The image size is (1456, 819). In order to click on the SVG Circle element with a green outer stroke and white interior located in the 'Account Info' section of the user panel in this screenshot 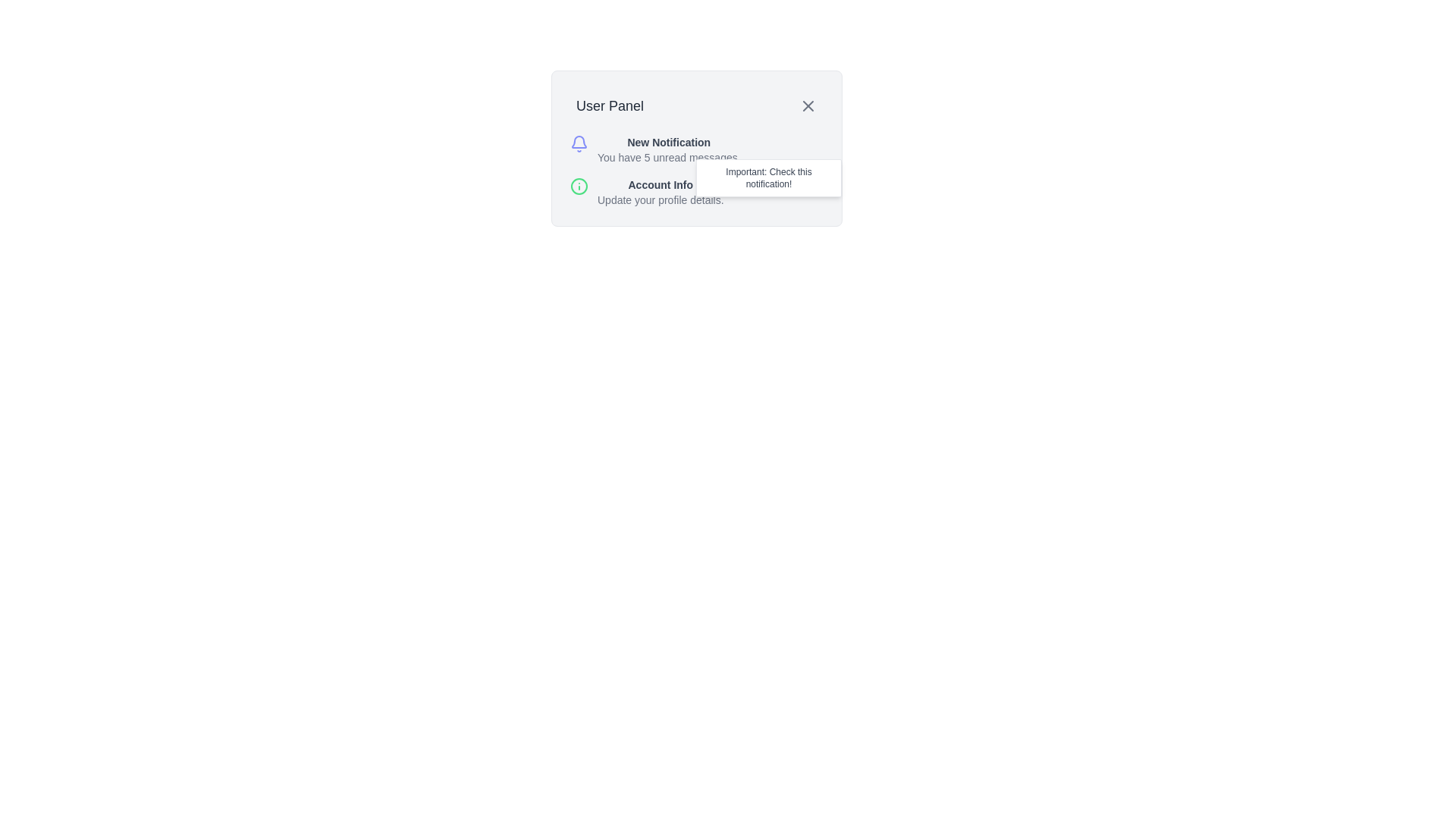, I will do `click(578, 186)`.